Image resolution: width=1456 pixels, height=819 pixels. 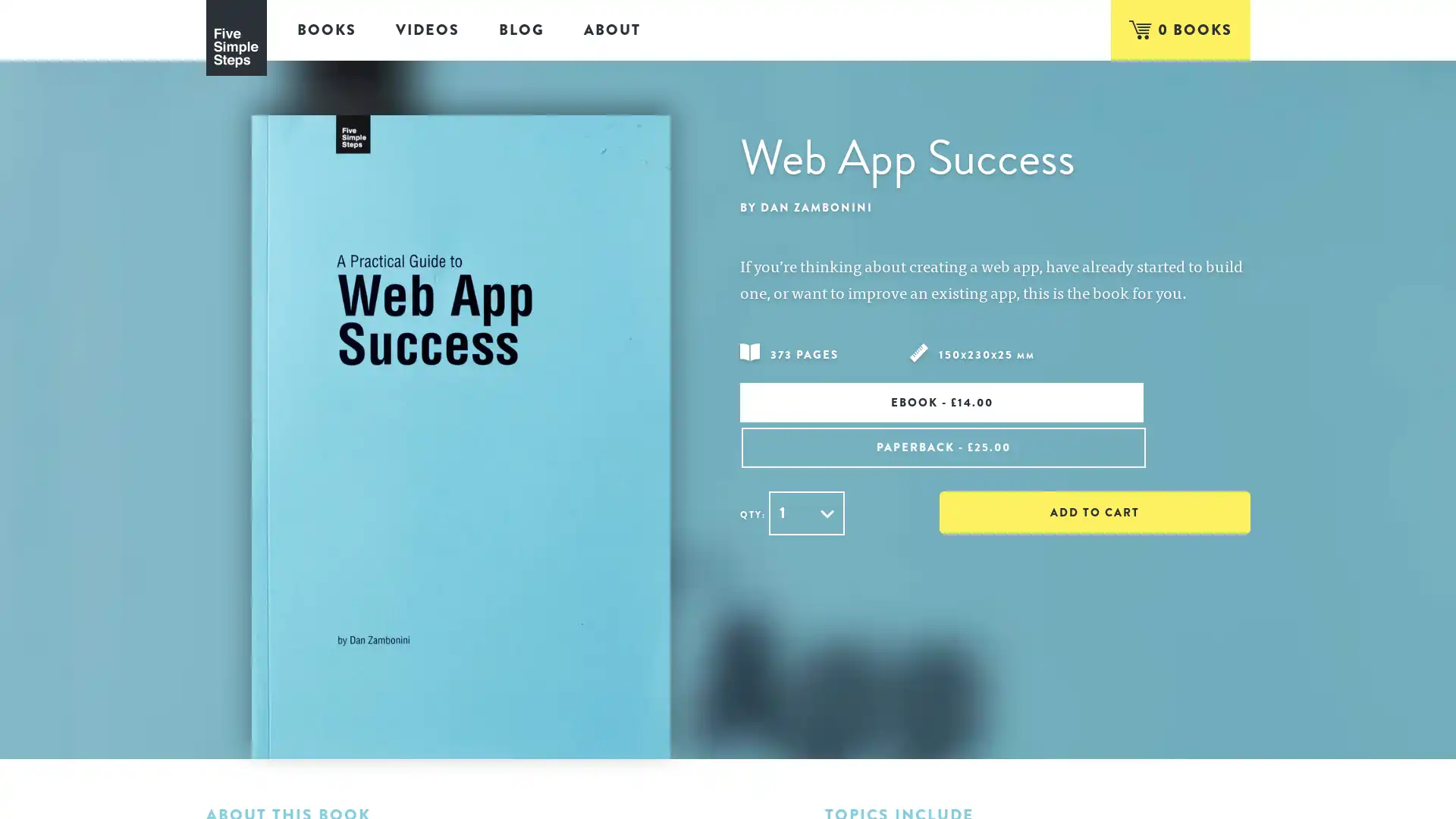 What do you see at coordinates (1125, 401) in the screenshot?
I see `PAPERBACK - 25.00` at bounding box center [1125, 401].